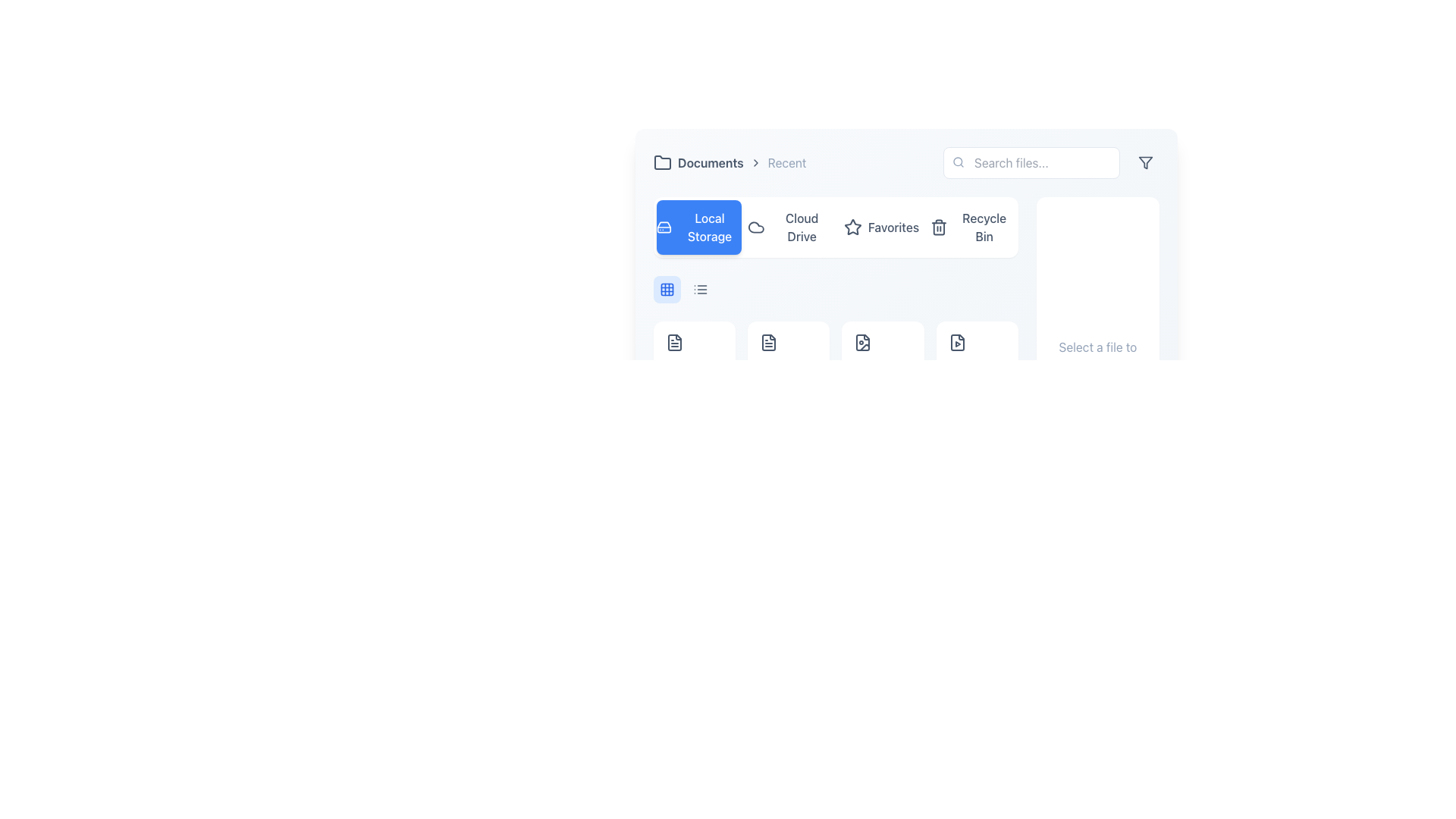  Describe the element at coordinates (893, 227) in the screenshot. I see `the 'Favorites' text label in the navigation bar, located between a star icon and another button, which allows users` at that location.